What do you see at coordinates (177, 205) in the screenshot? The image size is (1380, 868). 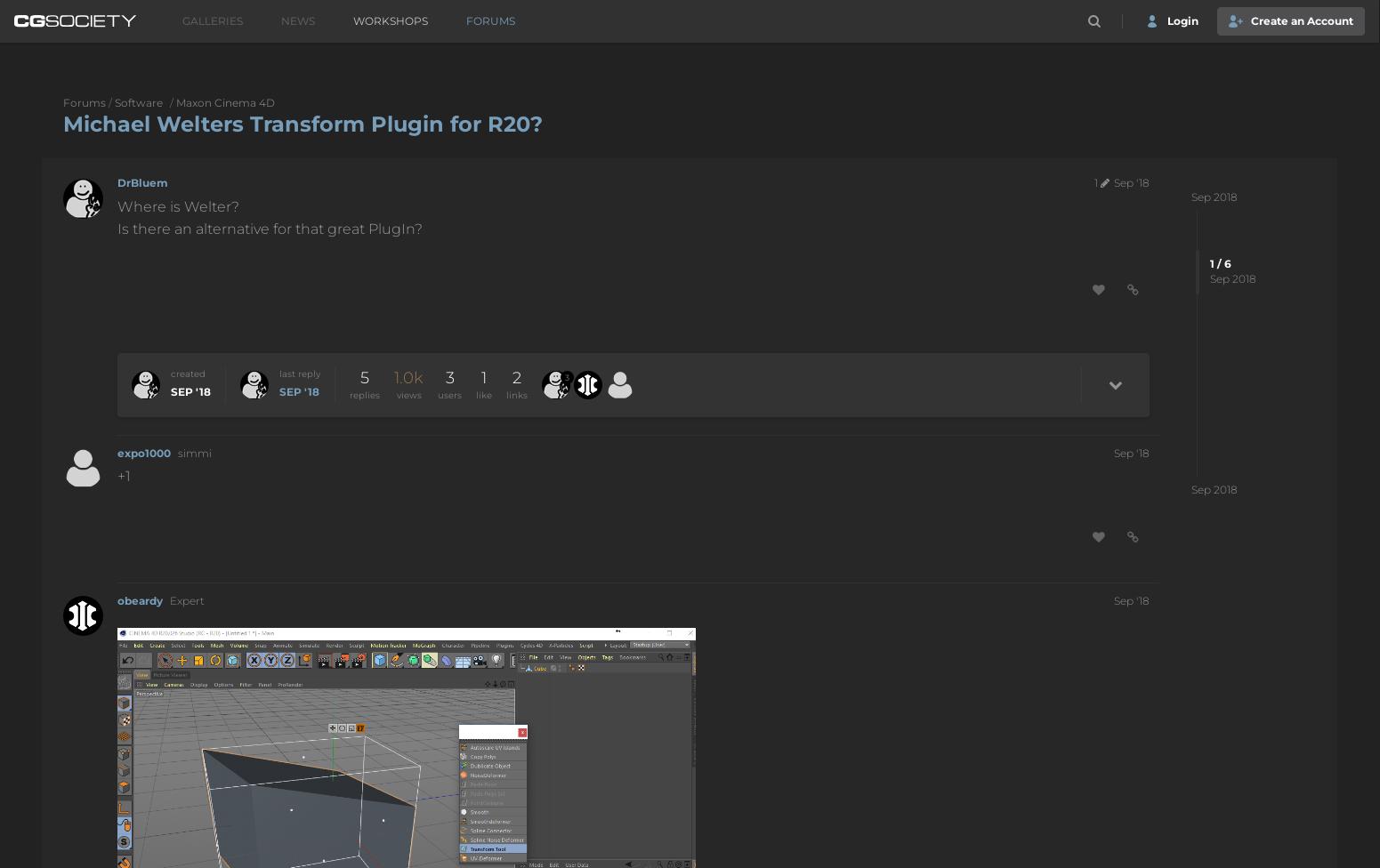 I see `'Where is Welter?'` at bounding box center [177, 205].